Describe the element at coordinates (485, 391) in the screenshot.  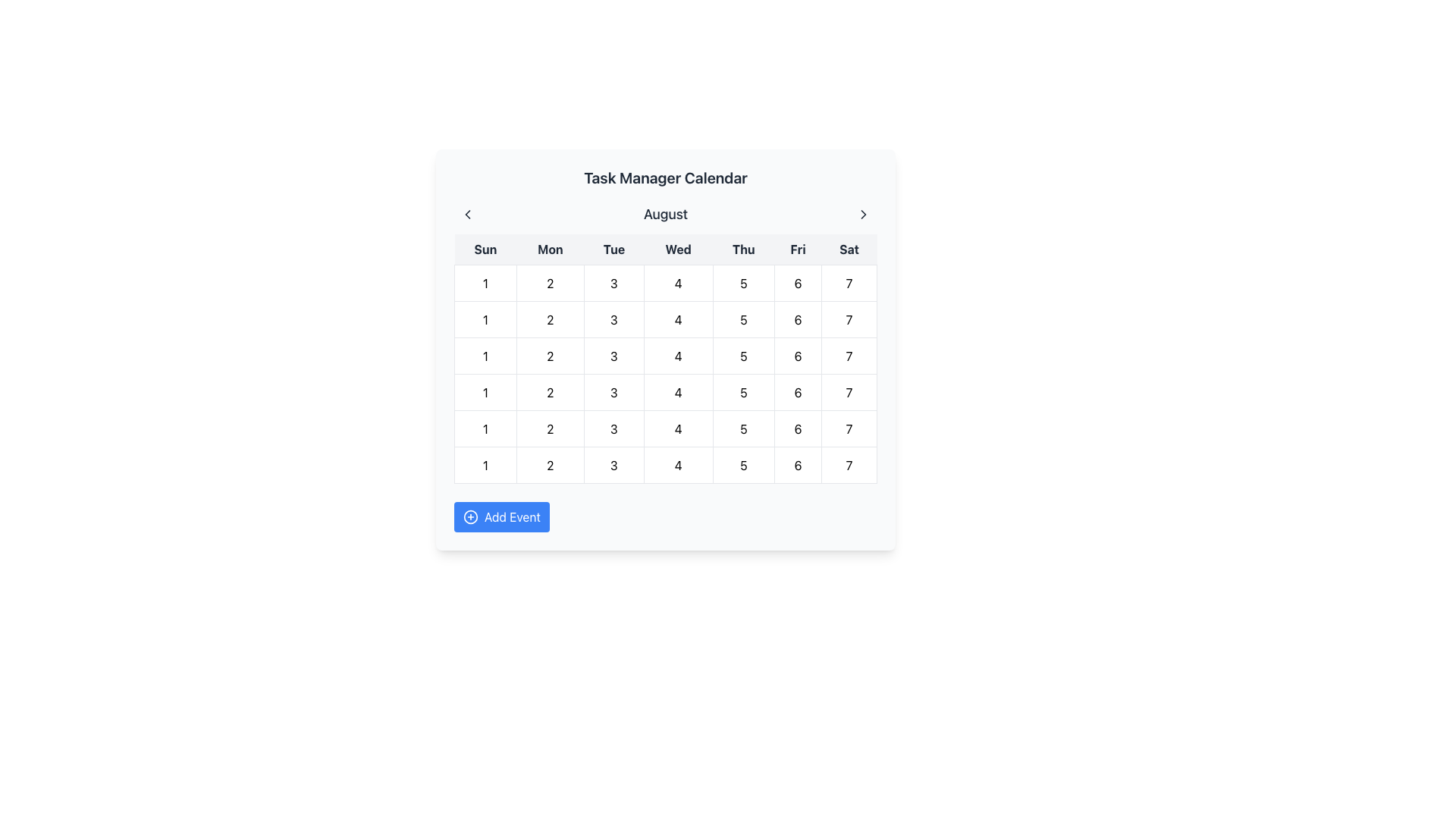
I see `the date text in the grid cell representing Sunday in the second row and first column of the calendar interface for interaction` at that location.